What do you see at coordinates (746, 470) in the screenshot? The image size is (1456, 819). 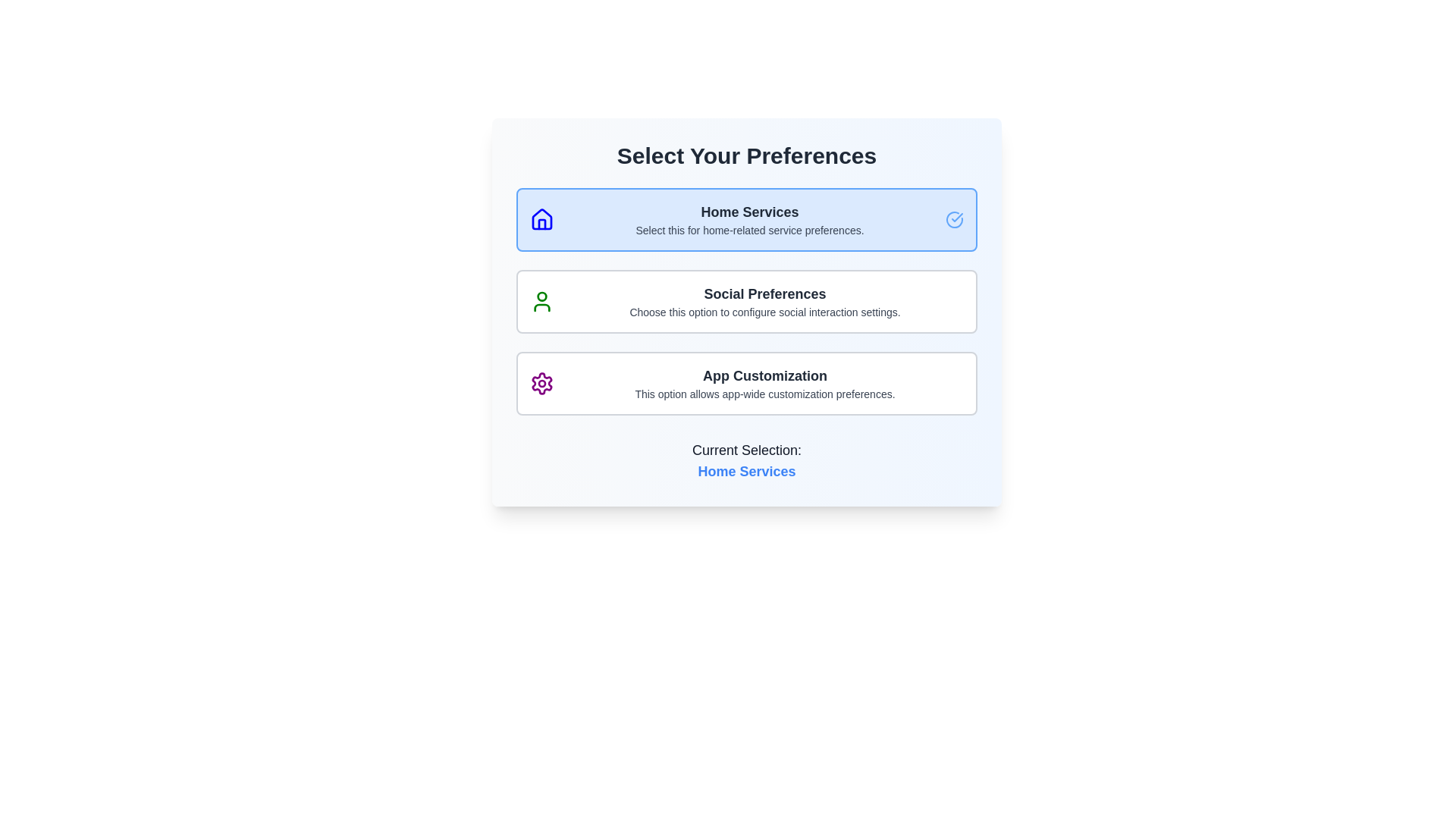 I see `the static text label displaying 'Home Services', which is styled with a blue font color and bold weight, positioned below the 'Current Selection:' text within the selection panel` at bounding box center [746, 470].